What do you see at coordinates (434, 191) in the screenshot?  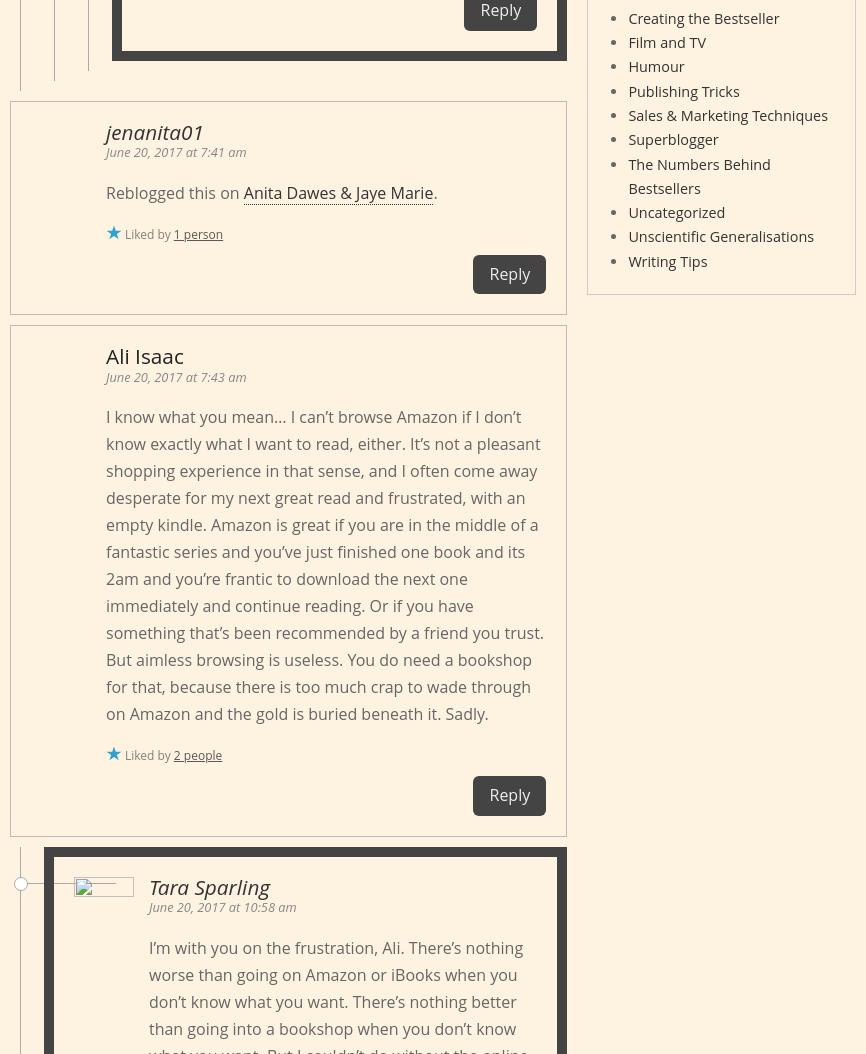 I see `'.'` at bounding box center [434, 191].